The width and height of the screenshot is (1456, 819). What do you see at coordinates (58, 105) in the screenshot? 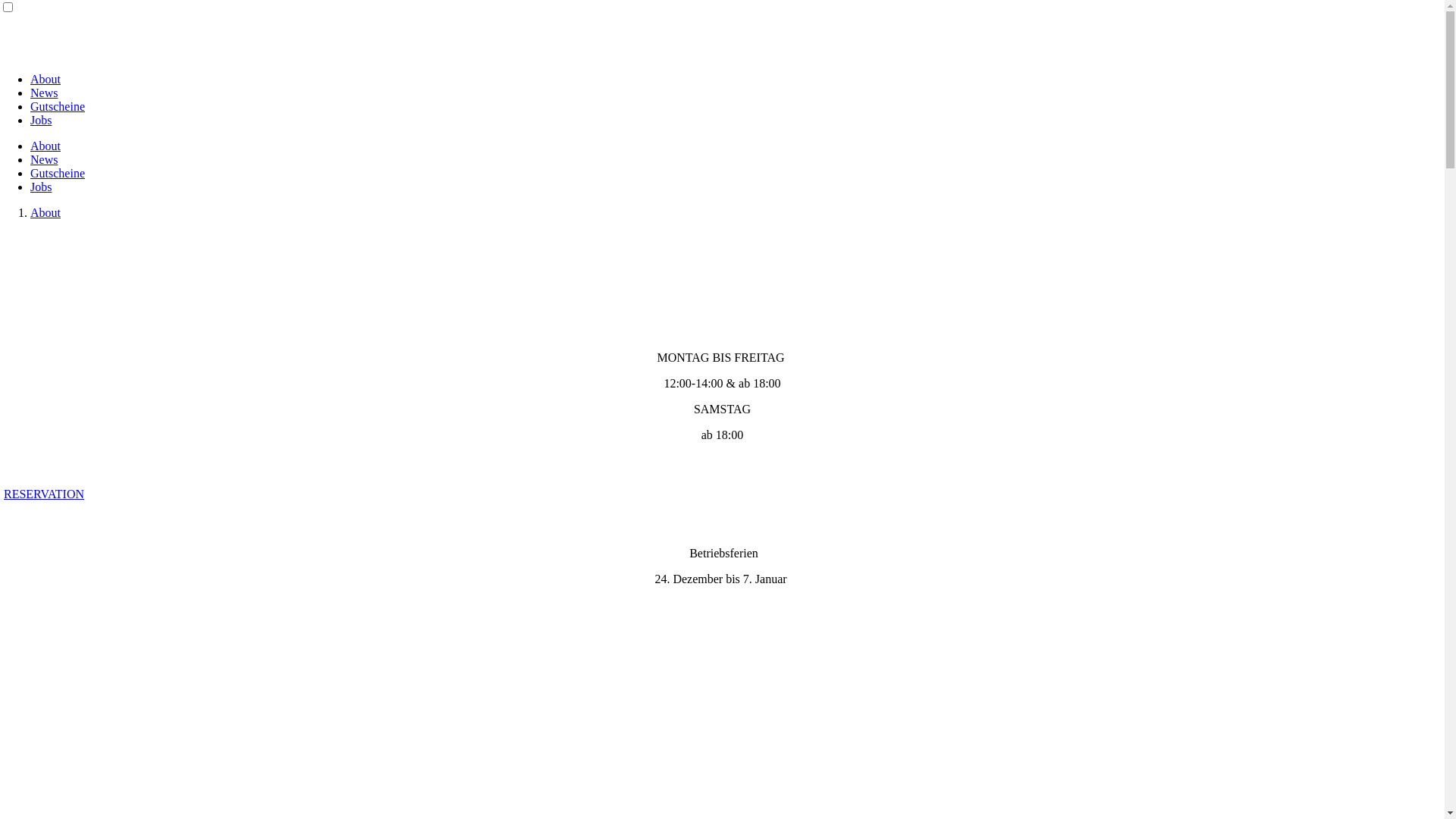
I see `'Gutscheine'` at bounding box center [58, 105].